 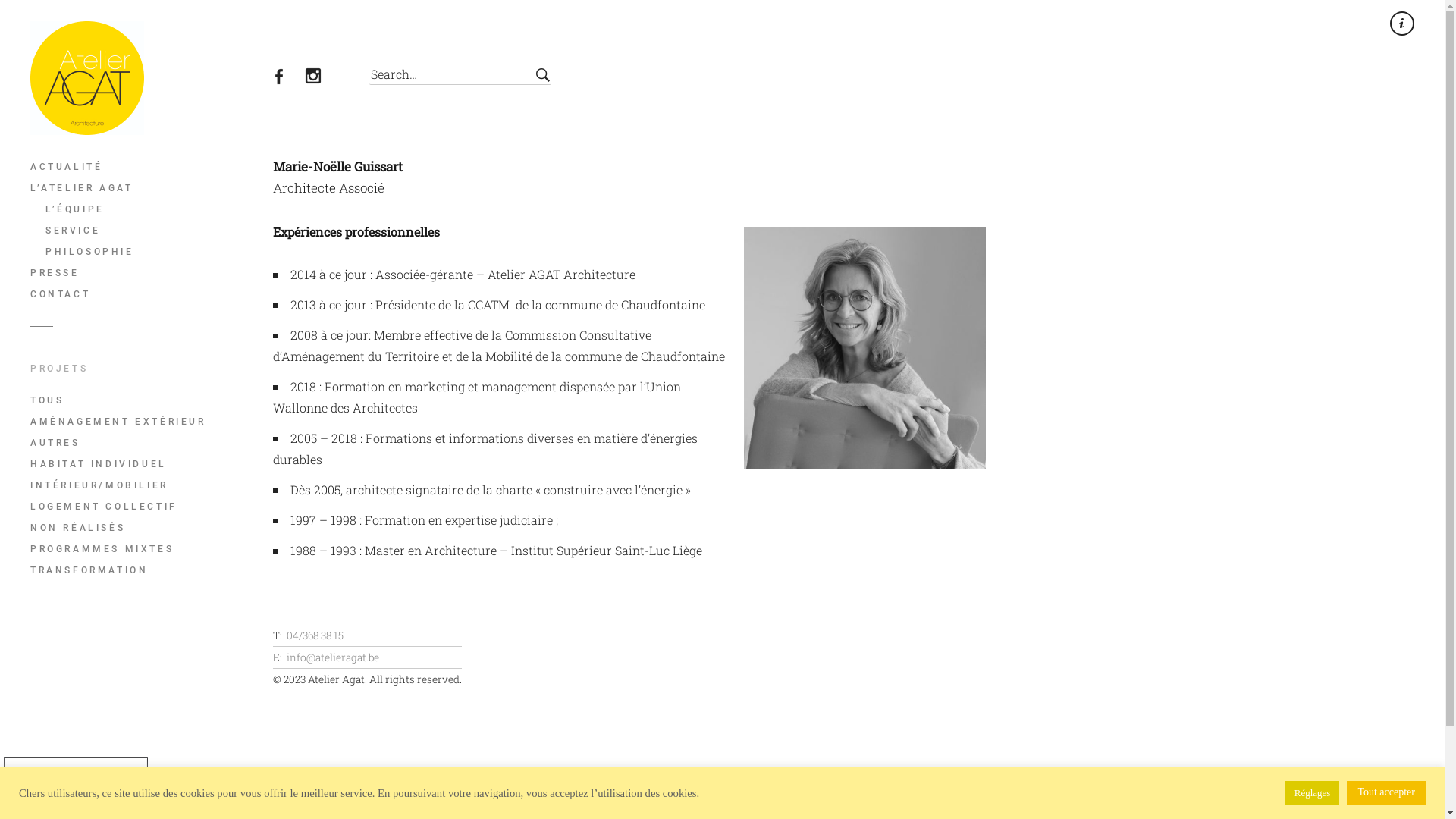 I want to click on 'LOGEMENT COLLECTIF', so click(x=145, y=506).